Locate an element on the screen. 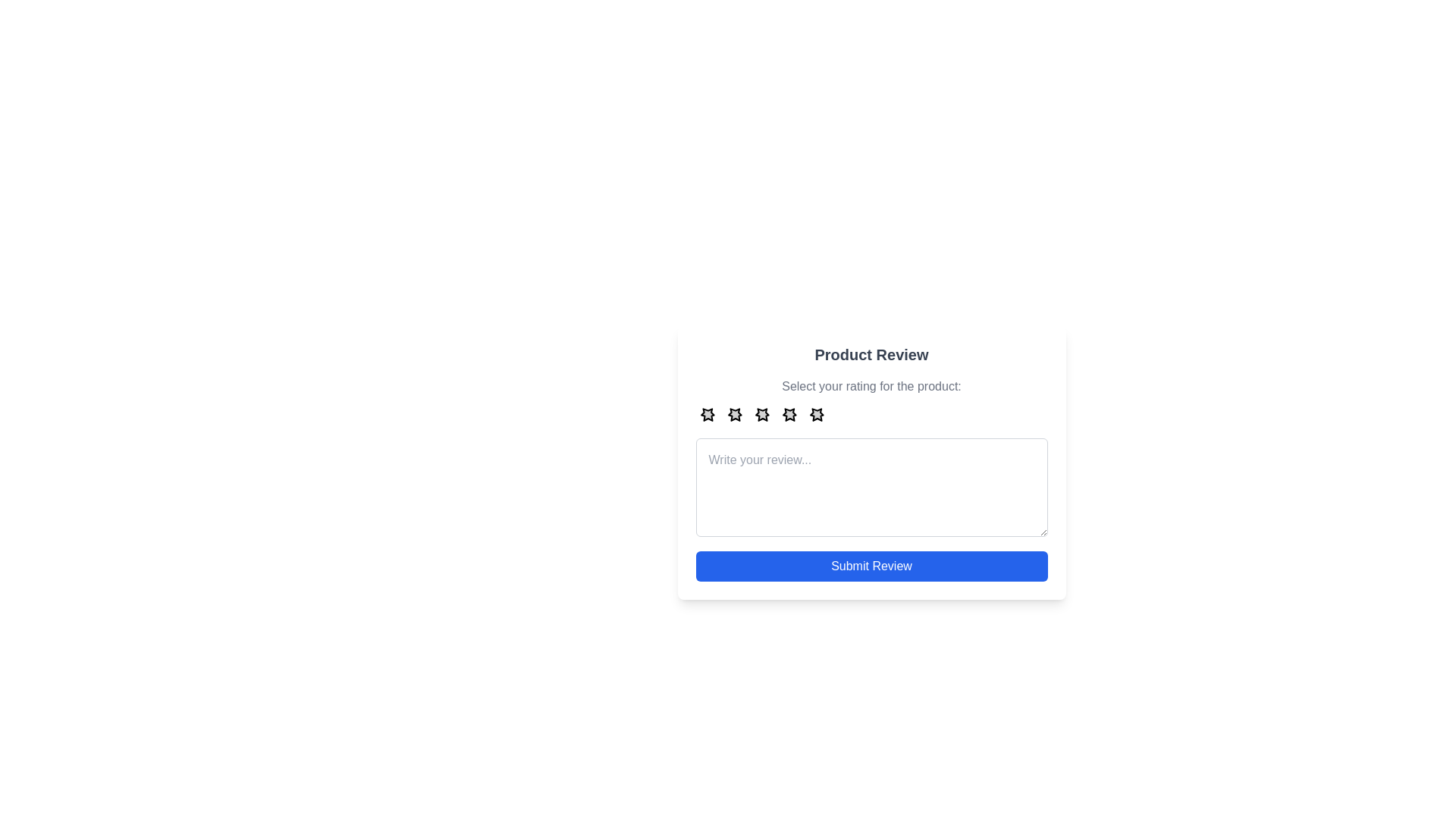  the star corresponding to the rating 5 to select it is located at coordinates (816, 414).